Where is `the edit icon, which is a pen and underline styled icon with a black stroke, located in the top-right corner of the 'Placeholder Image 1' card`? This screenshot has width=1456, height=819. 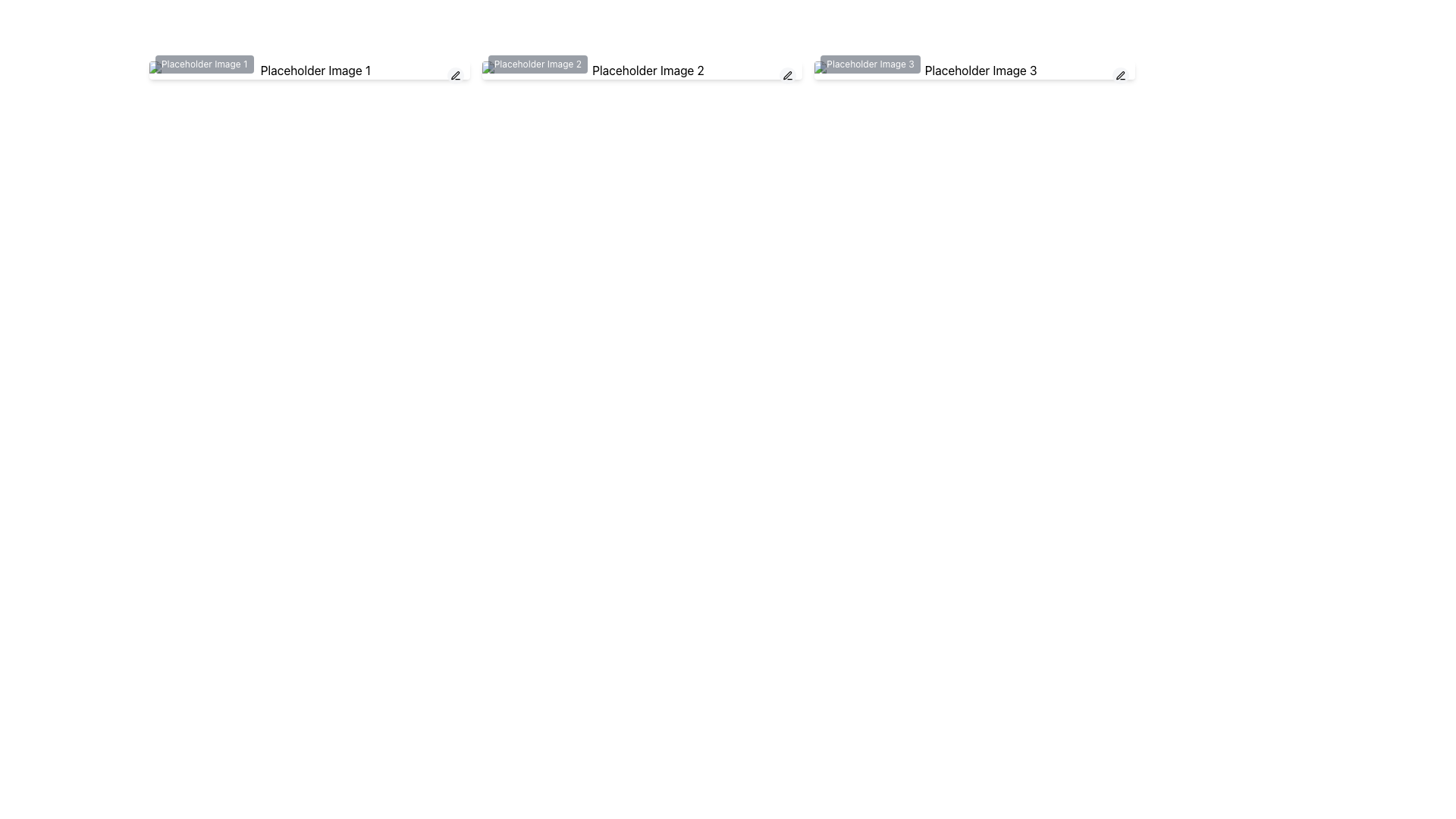 the edit icon, which is a pen and underline styled icon with a black stroke, located in the top-right corner of the 'Placeholder Image 1' card is located at coordinates (454, 76).